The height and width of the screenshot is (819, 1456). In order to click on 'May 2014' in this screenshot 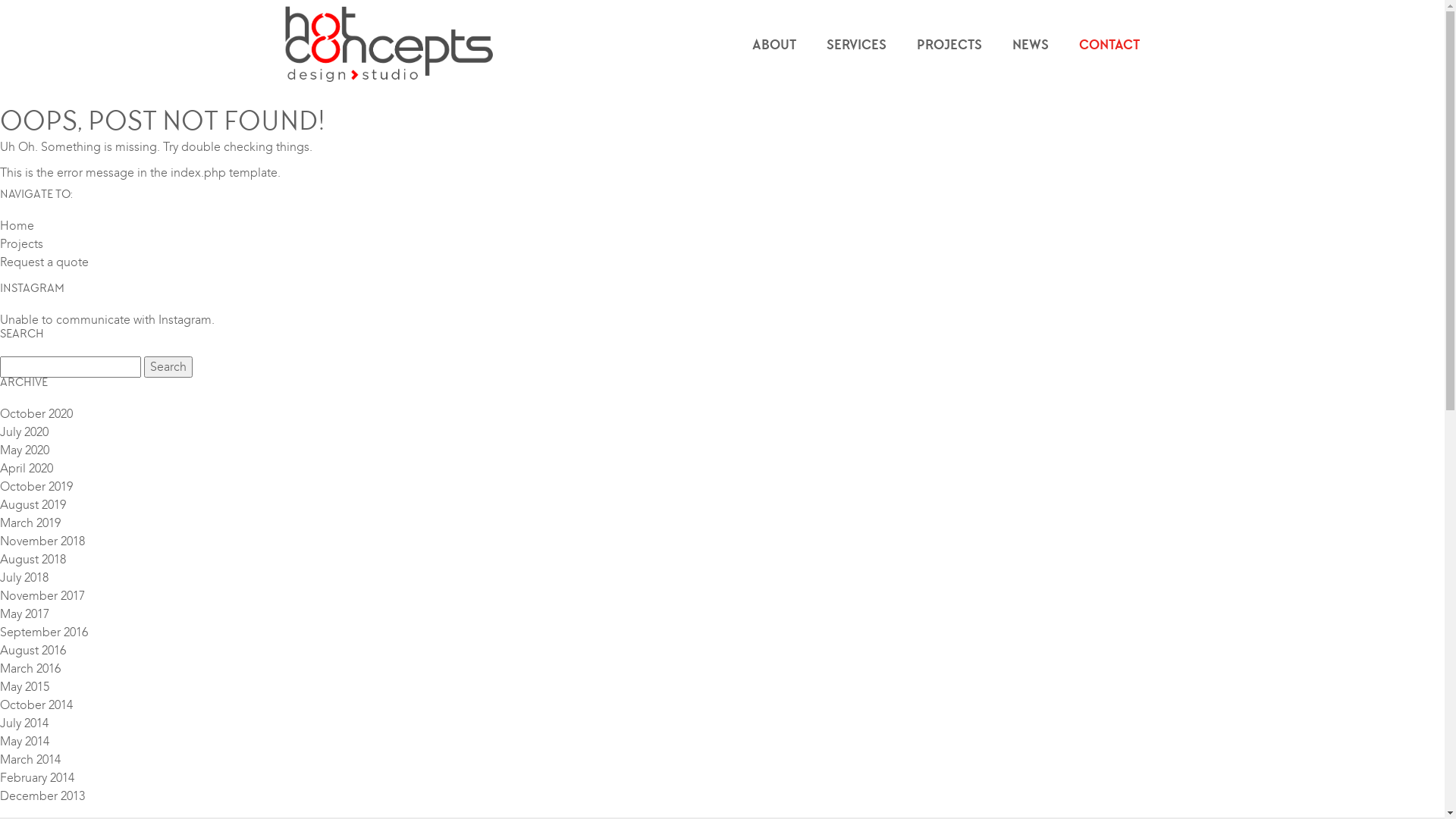, I will do `click(24, 741)`.